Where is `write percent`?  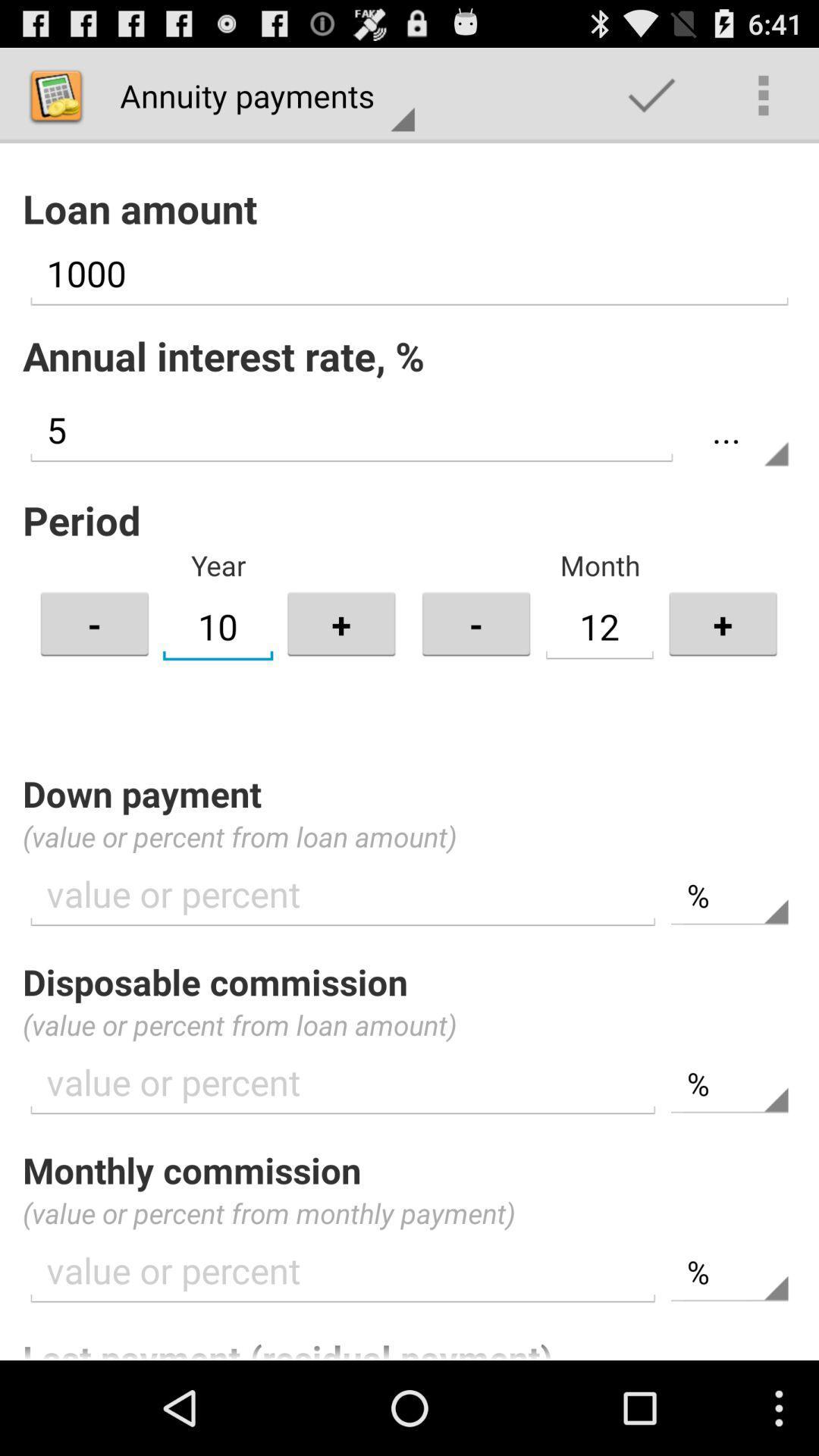 write percent is located at coordinates (343, 1271).